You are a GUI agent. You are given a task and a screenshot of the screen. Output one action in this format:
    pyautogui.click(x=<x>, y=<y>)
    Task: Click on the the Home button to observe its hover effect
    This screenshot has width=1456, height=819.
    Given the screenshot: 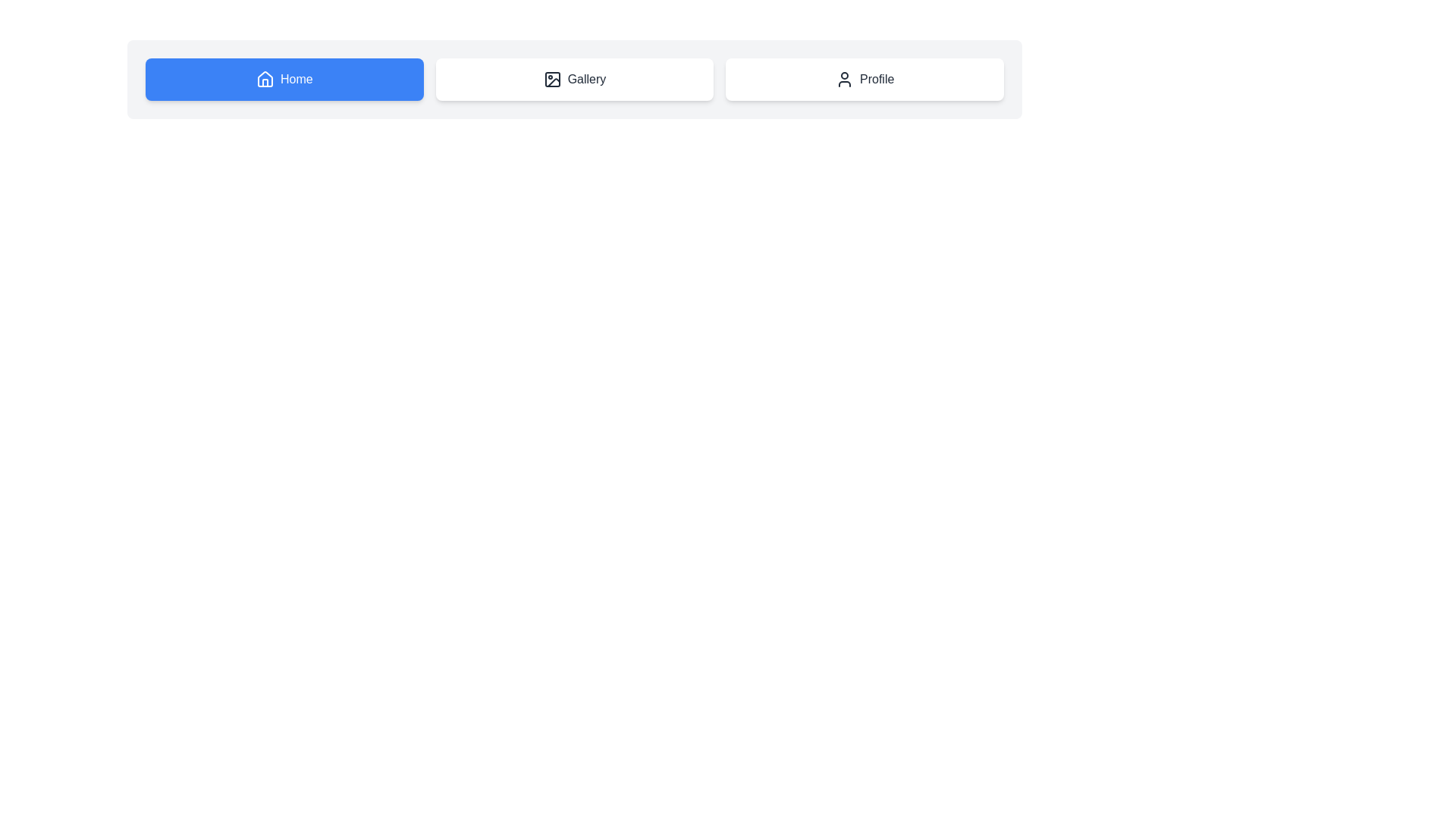 What is the action you would take?
    pyautogui.click(x=284, y=79)
    